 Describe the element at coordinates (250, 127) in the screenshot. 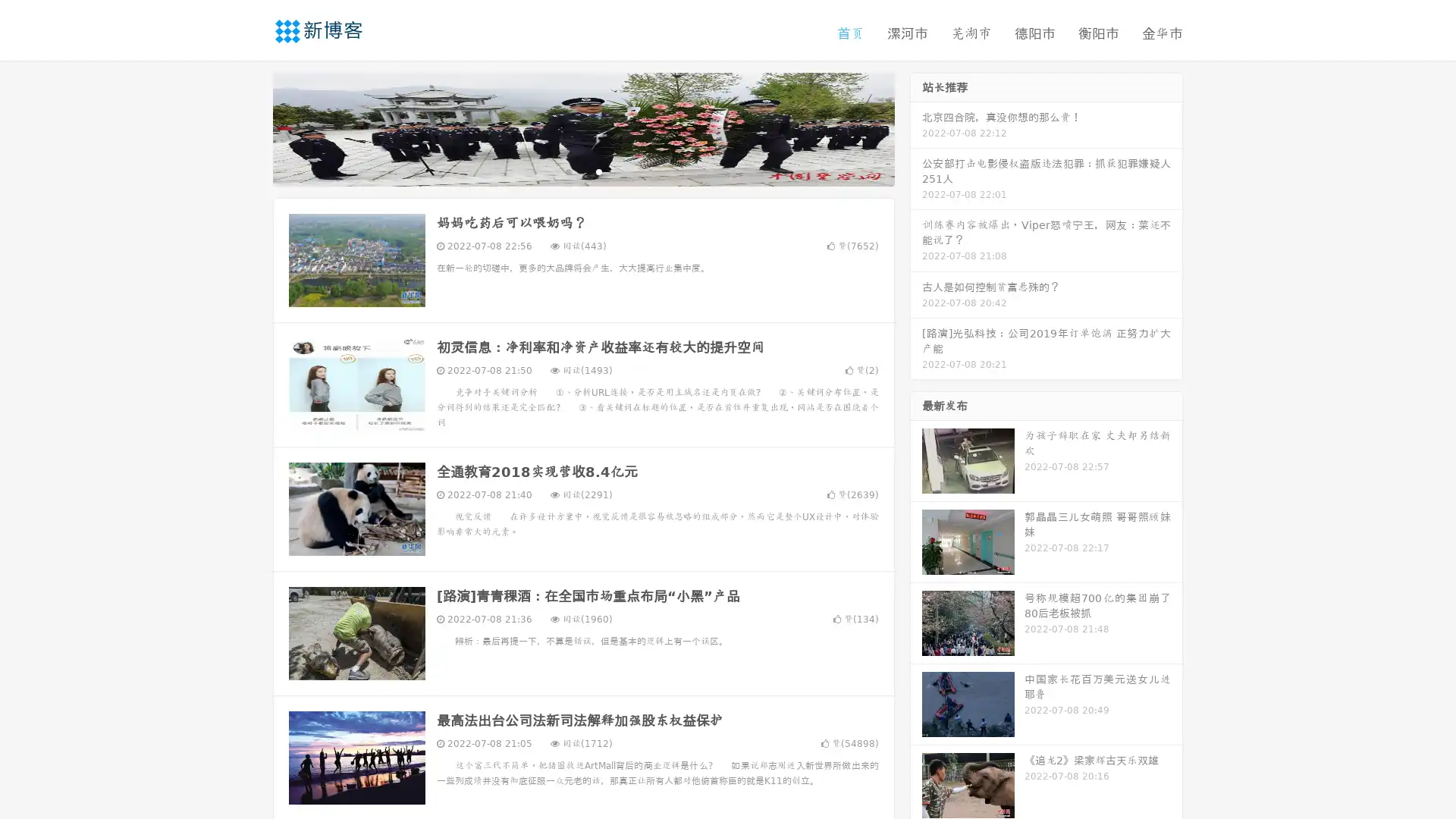

I see `Previous slide` at that location.